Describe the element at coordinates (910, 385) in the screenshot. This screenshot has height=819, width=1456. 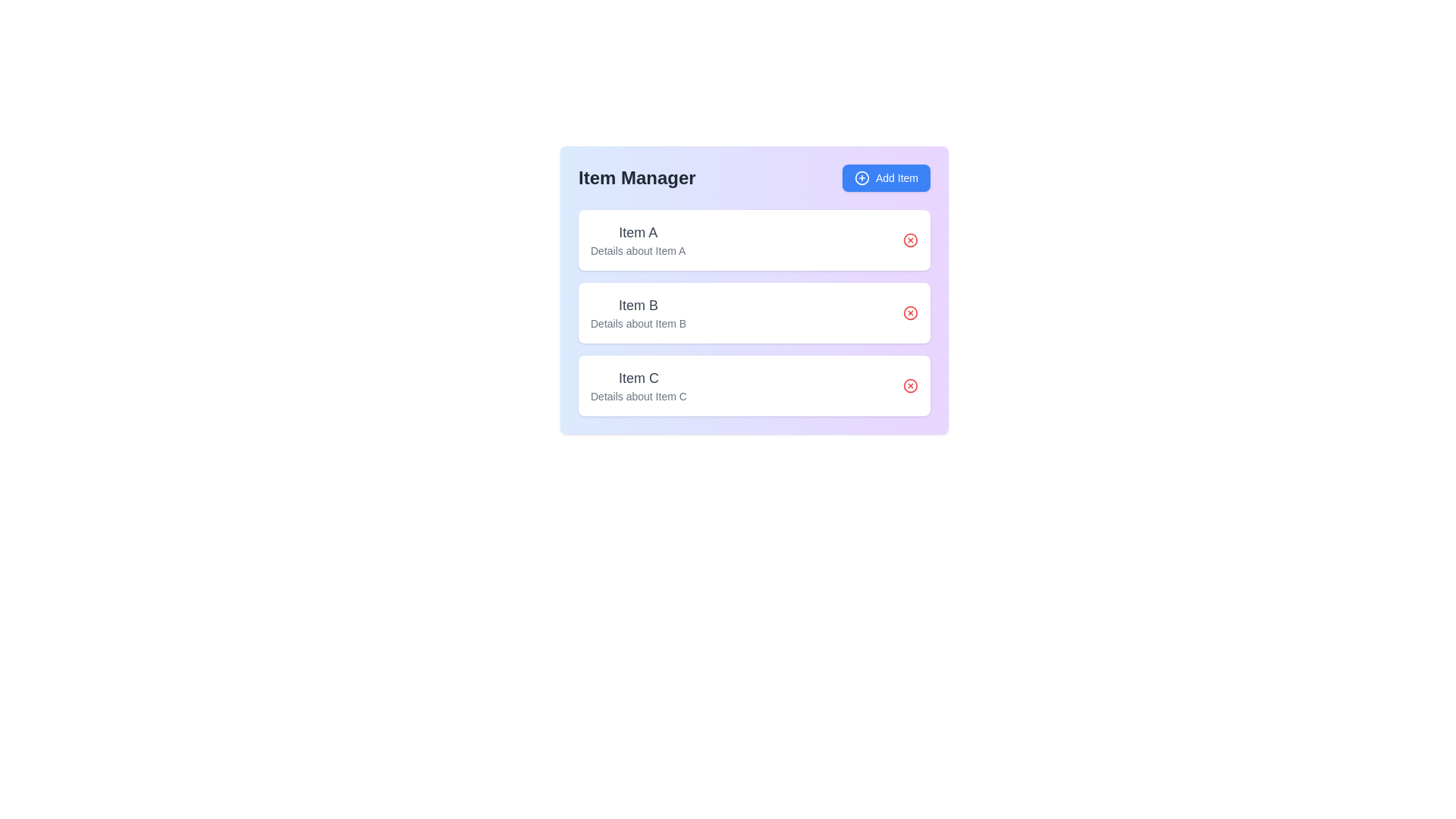
I see `delete button for the item with name Item C` at that location.